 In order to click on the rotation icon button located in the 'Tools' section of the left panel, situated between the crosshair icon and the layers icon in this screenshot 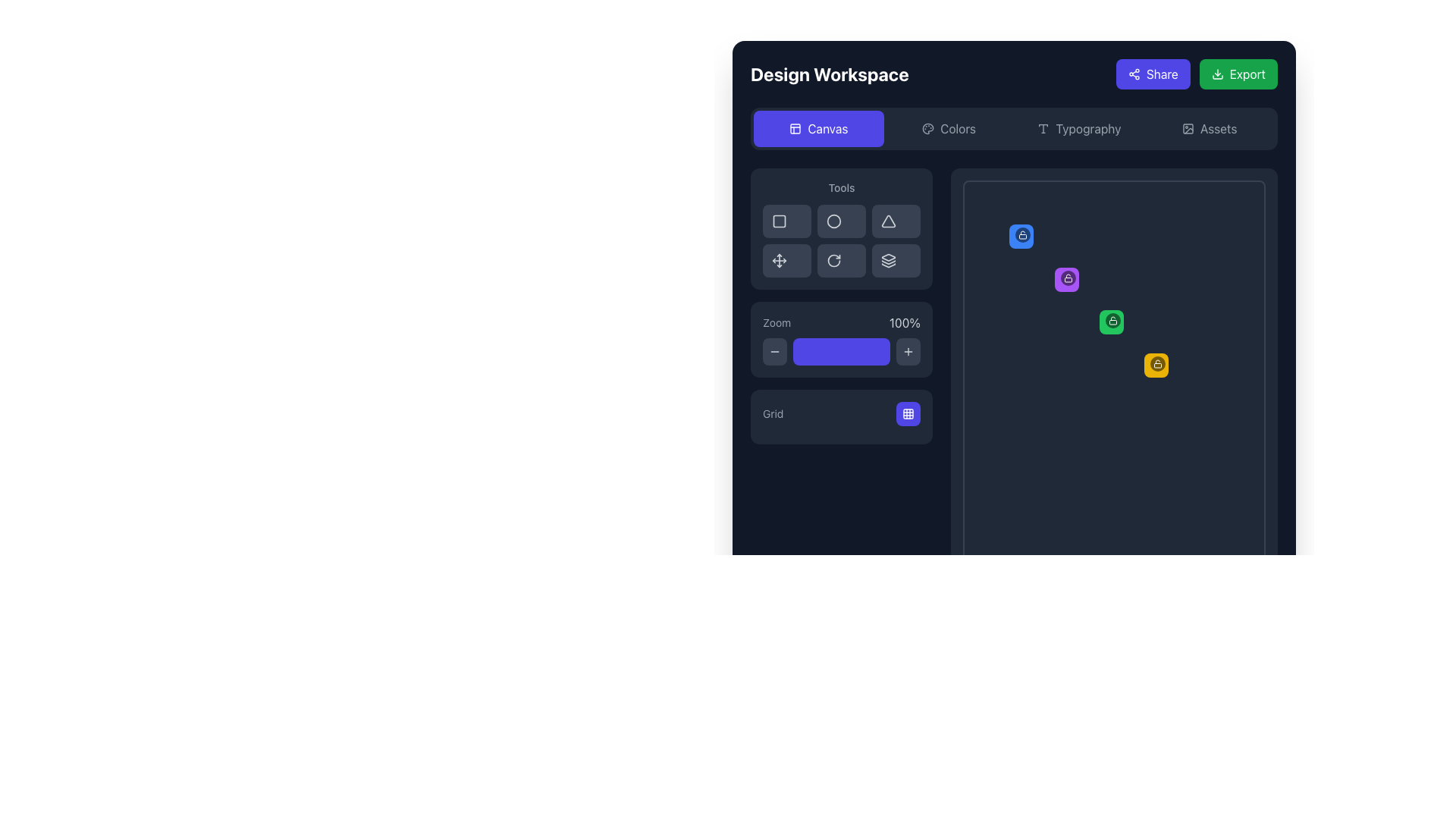, I will do `click(833, 259)`.